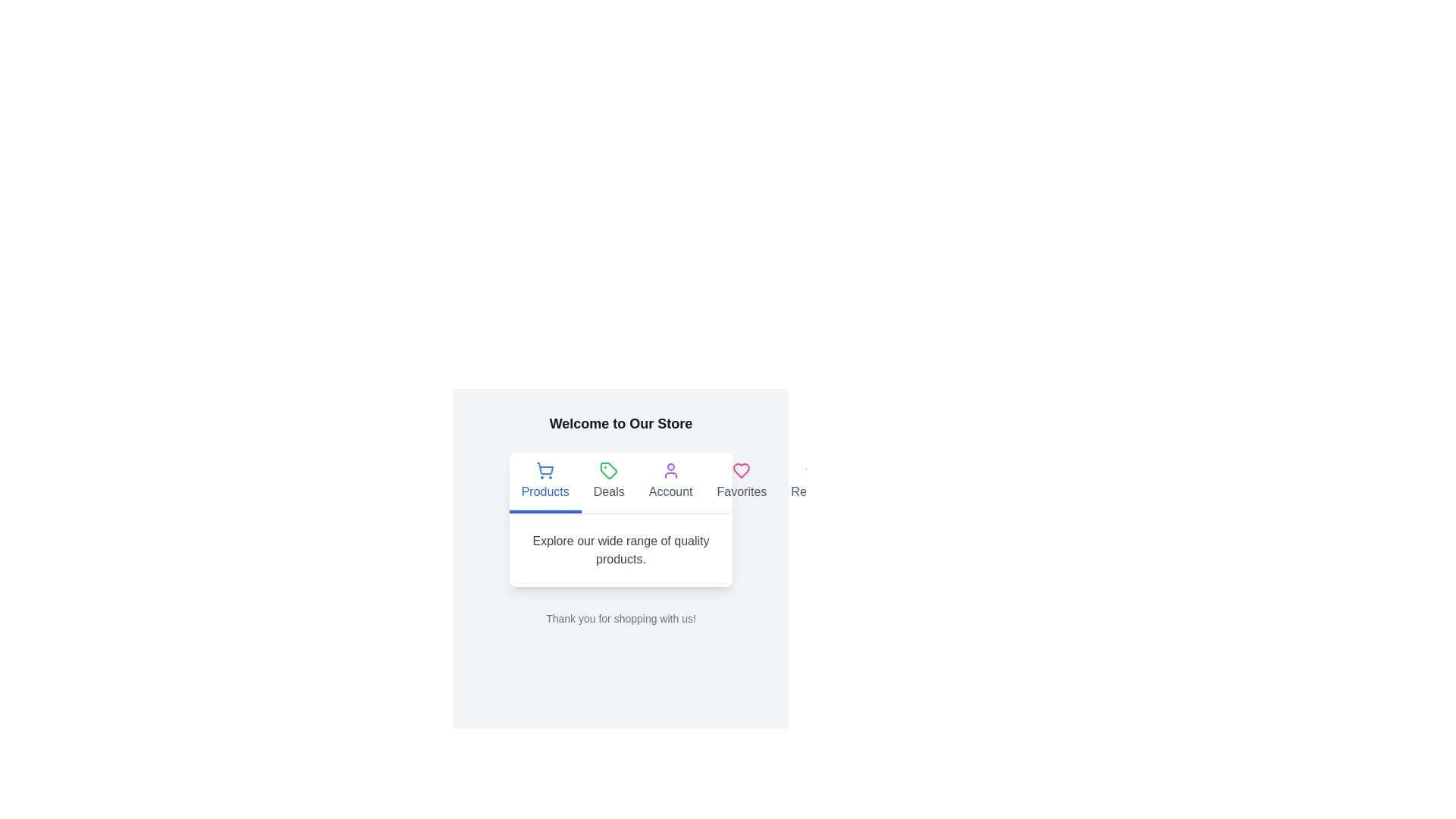  Describe the element at coordinates (813, 482) in the screenshot. I see `the fifth navigation item on the right side of the navigation bar` at that location.